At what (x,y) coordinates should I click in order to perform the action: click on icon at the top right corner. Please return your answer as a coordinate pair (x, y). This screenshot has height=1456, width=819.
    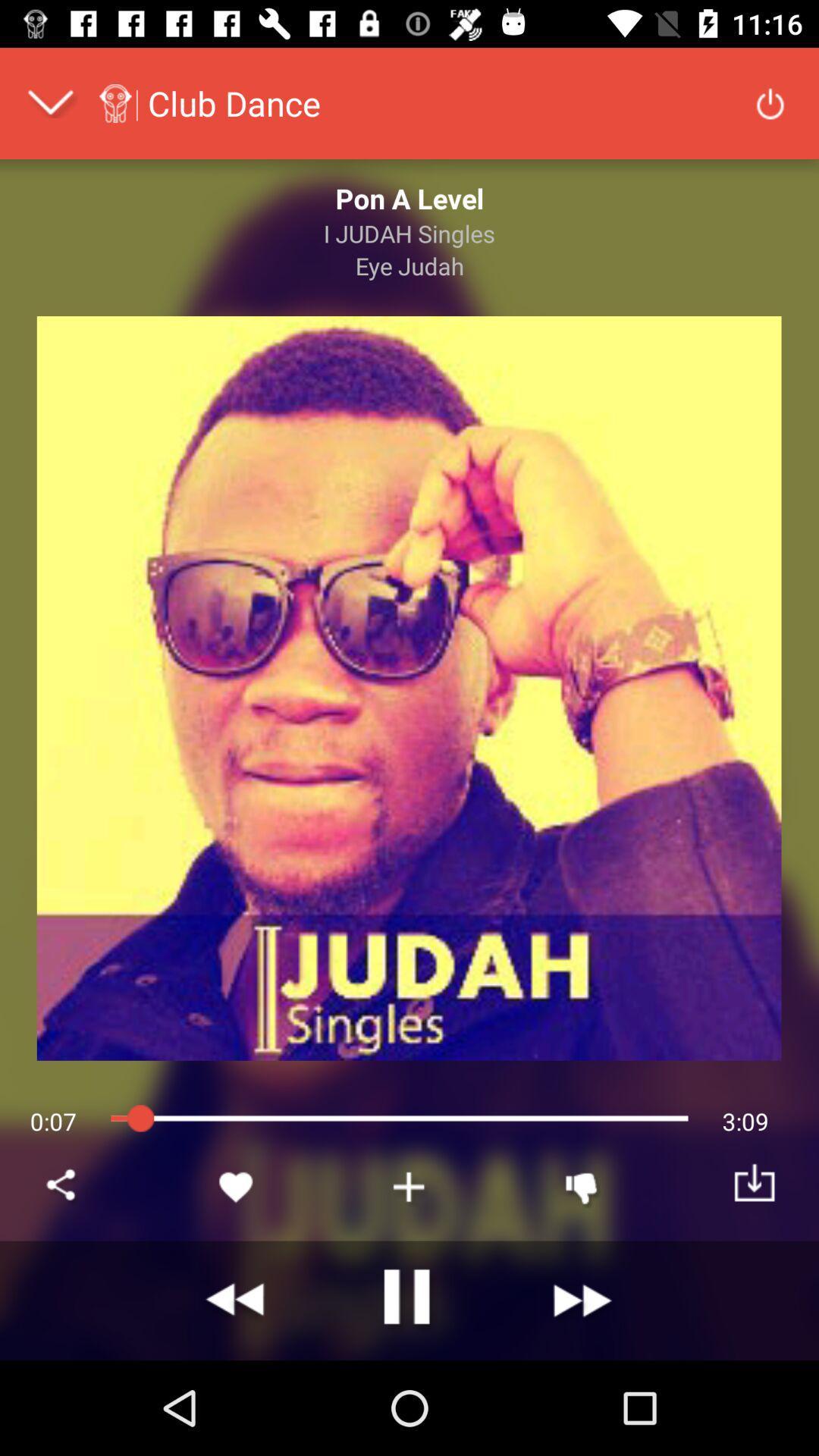
    Looking at the image, I should click on (770, 102).